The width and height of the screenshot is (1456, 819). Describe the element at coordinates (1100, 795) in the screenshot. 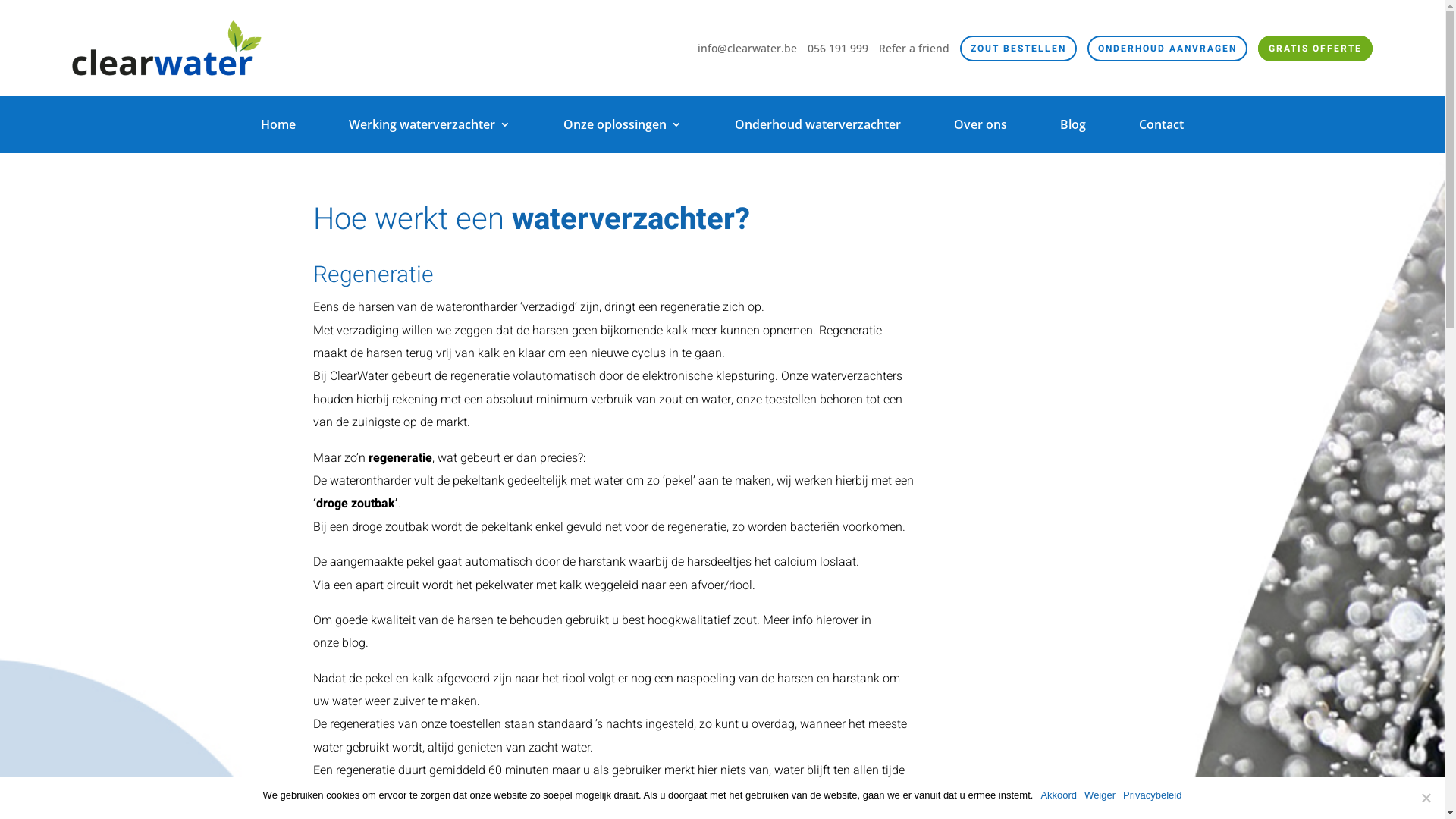

I see `'Weiger'` at that location.